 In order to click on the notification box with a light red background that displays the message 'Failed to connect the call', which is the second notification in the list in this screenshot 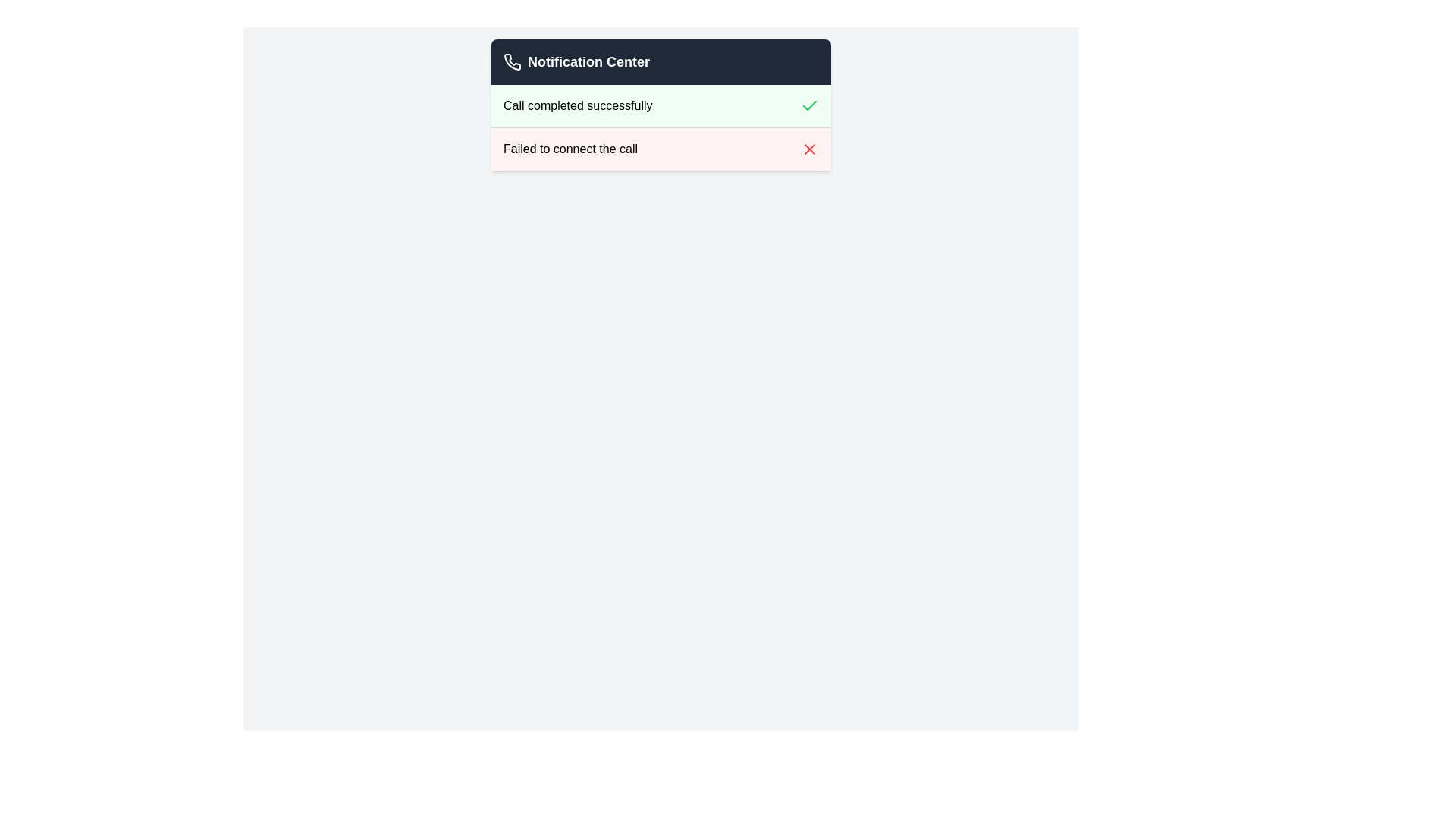, I will do `click(661, 149)`.